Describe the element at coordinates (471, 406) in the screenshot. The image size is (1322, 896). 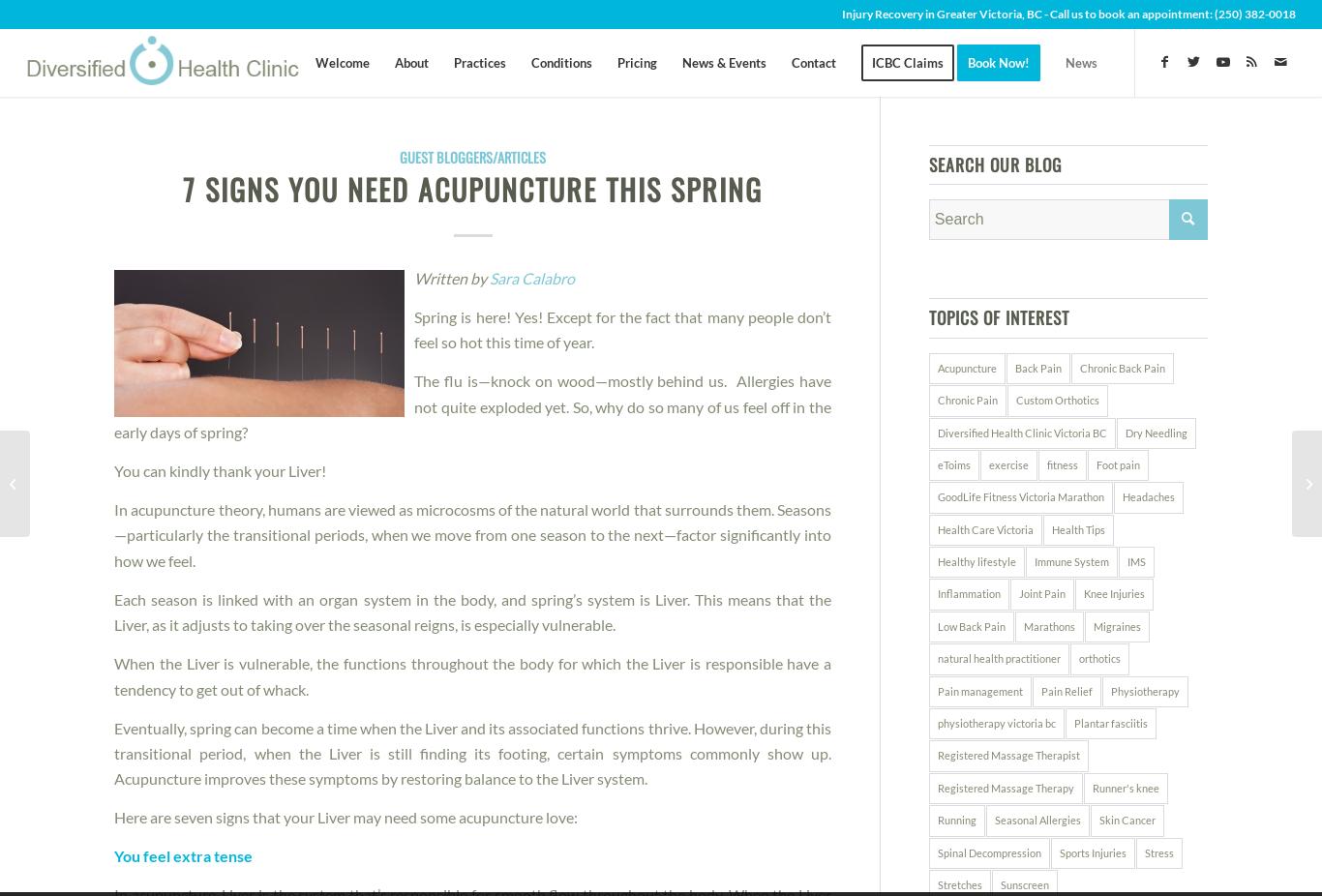
I see `'The flu is—knock on wood—mostly behind us.  Allergies have not quite exploded yet. So, why do so many of us feel off in the early days of spring?'` at that location.